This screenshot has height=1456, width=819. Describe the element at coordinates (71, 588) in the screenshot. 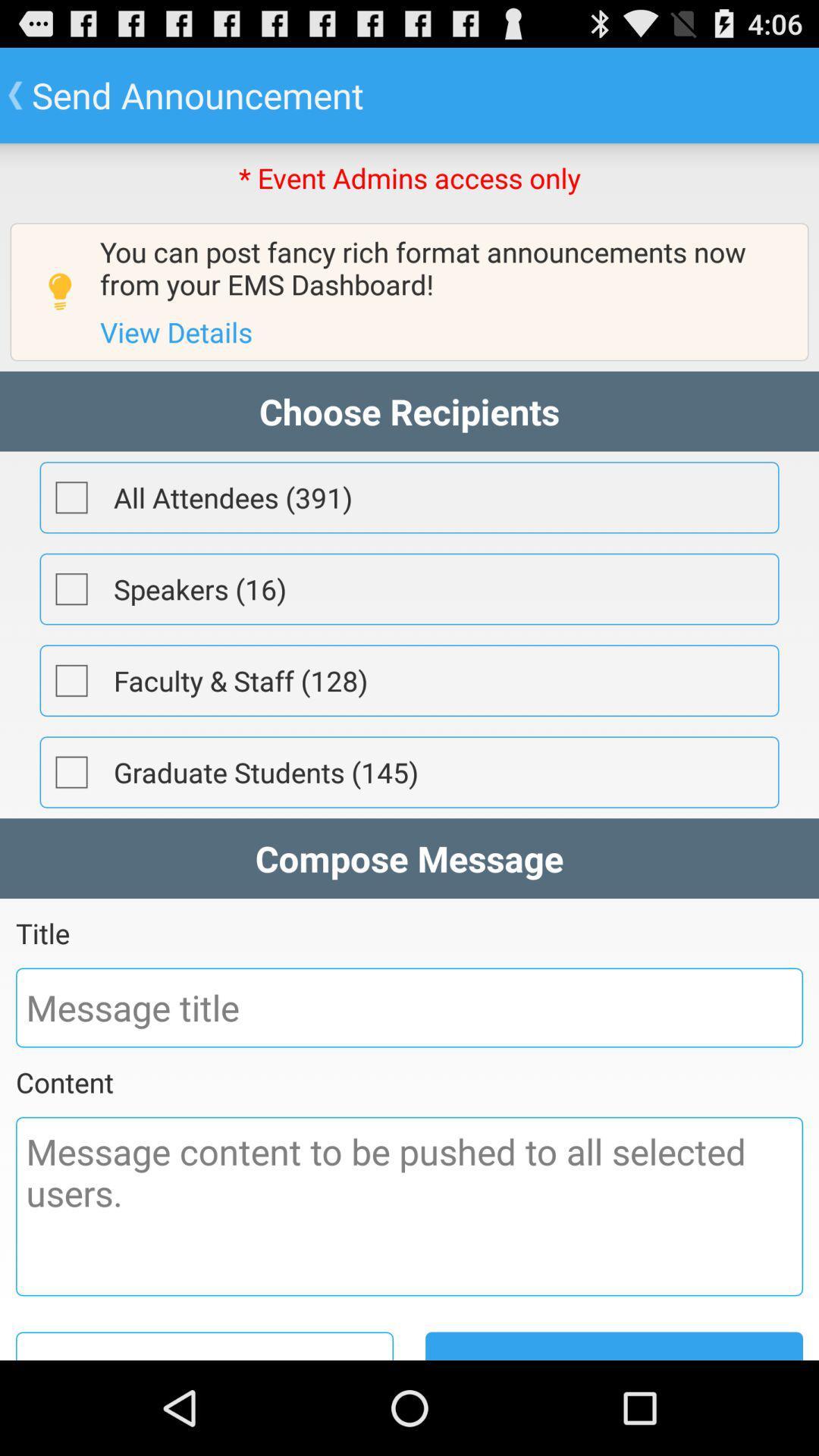

I see `checkbox toggle` at that location.